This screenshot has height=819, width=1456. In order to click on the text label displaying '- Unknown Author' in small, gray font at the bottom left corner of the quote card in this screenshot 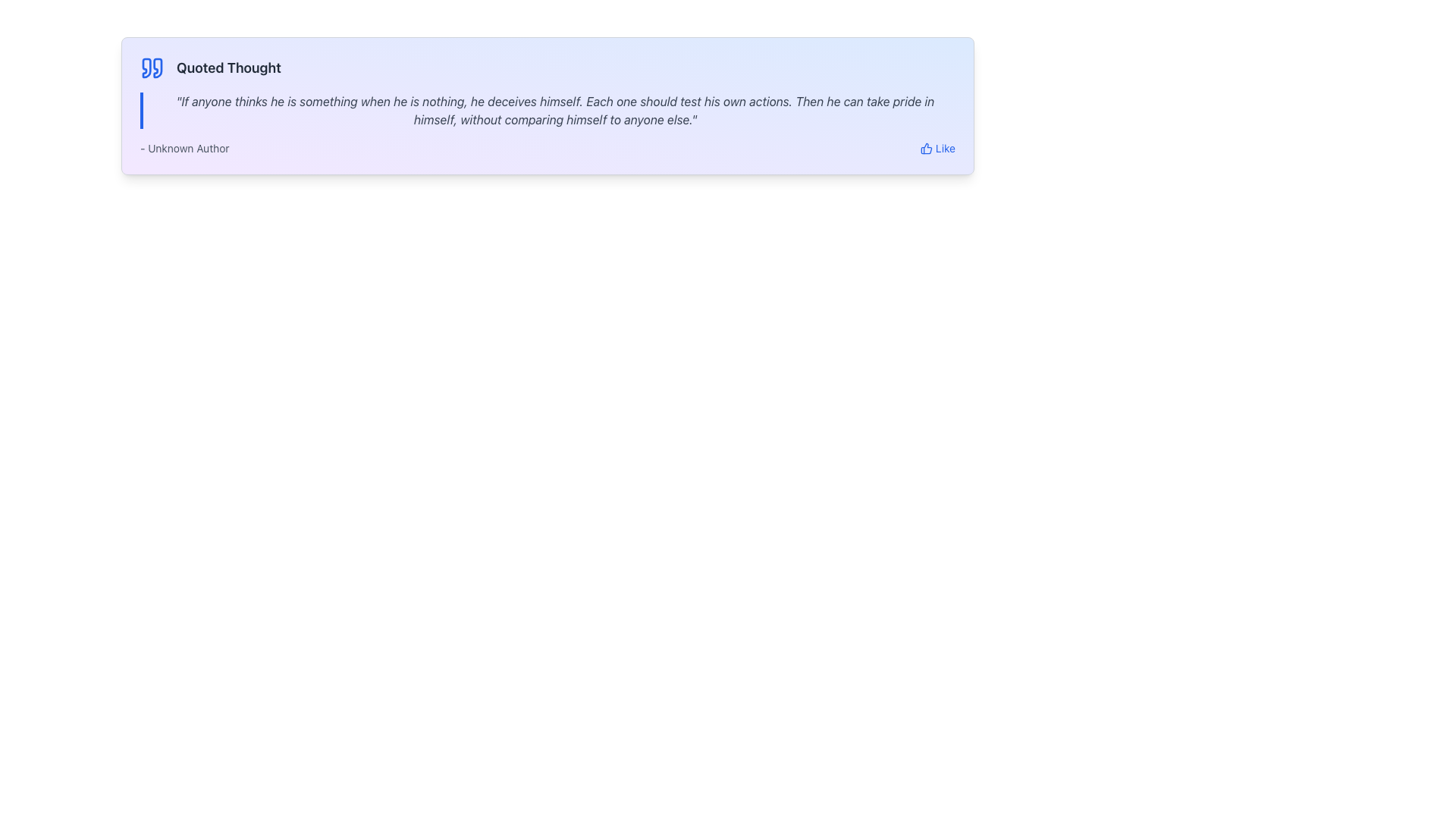, I will do `click(184, 149)`.